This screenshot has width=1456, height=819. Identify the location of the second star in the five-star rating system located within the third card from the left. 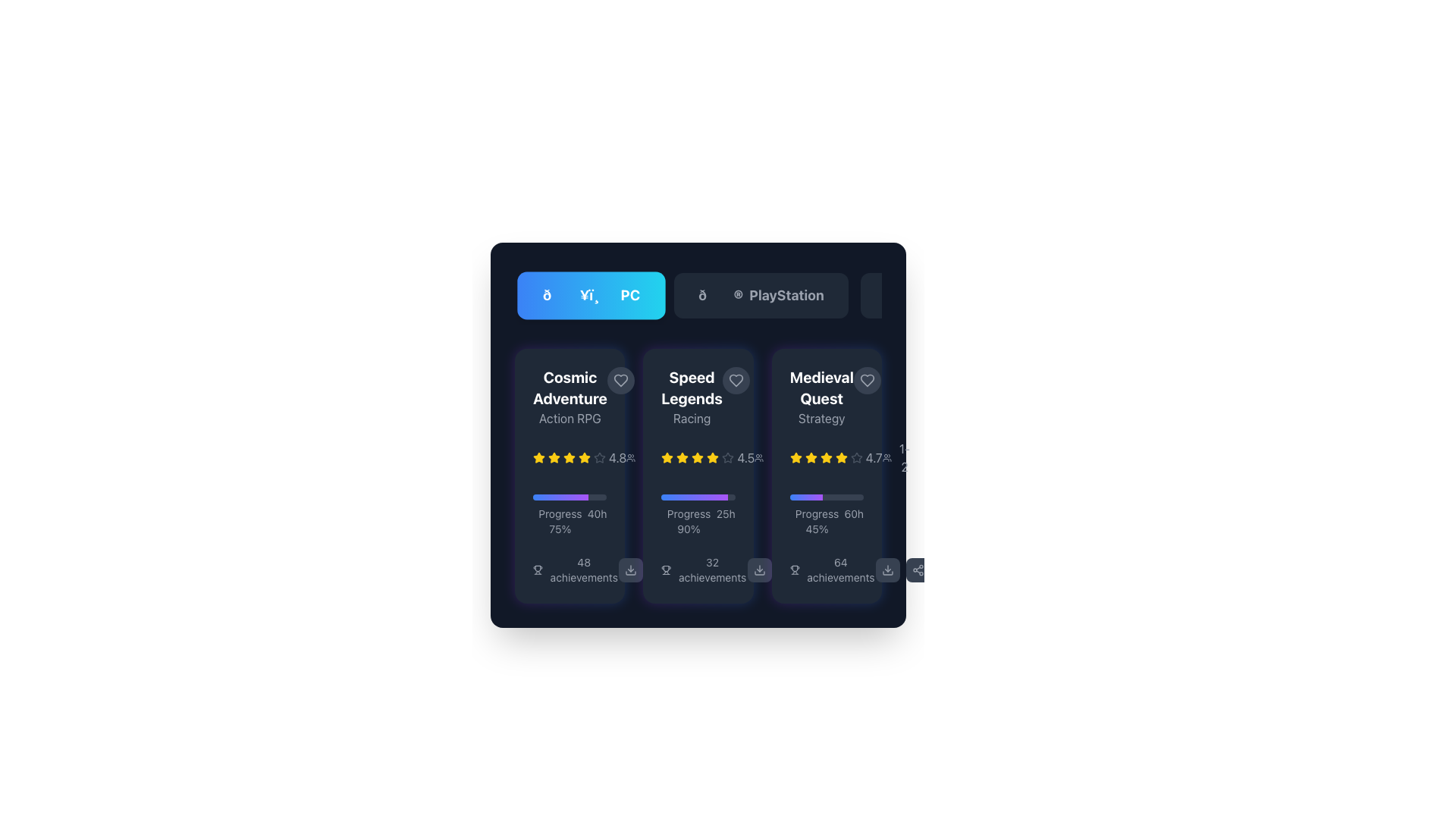
(810, 457).